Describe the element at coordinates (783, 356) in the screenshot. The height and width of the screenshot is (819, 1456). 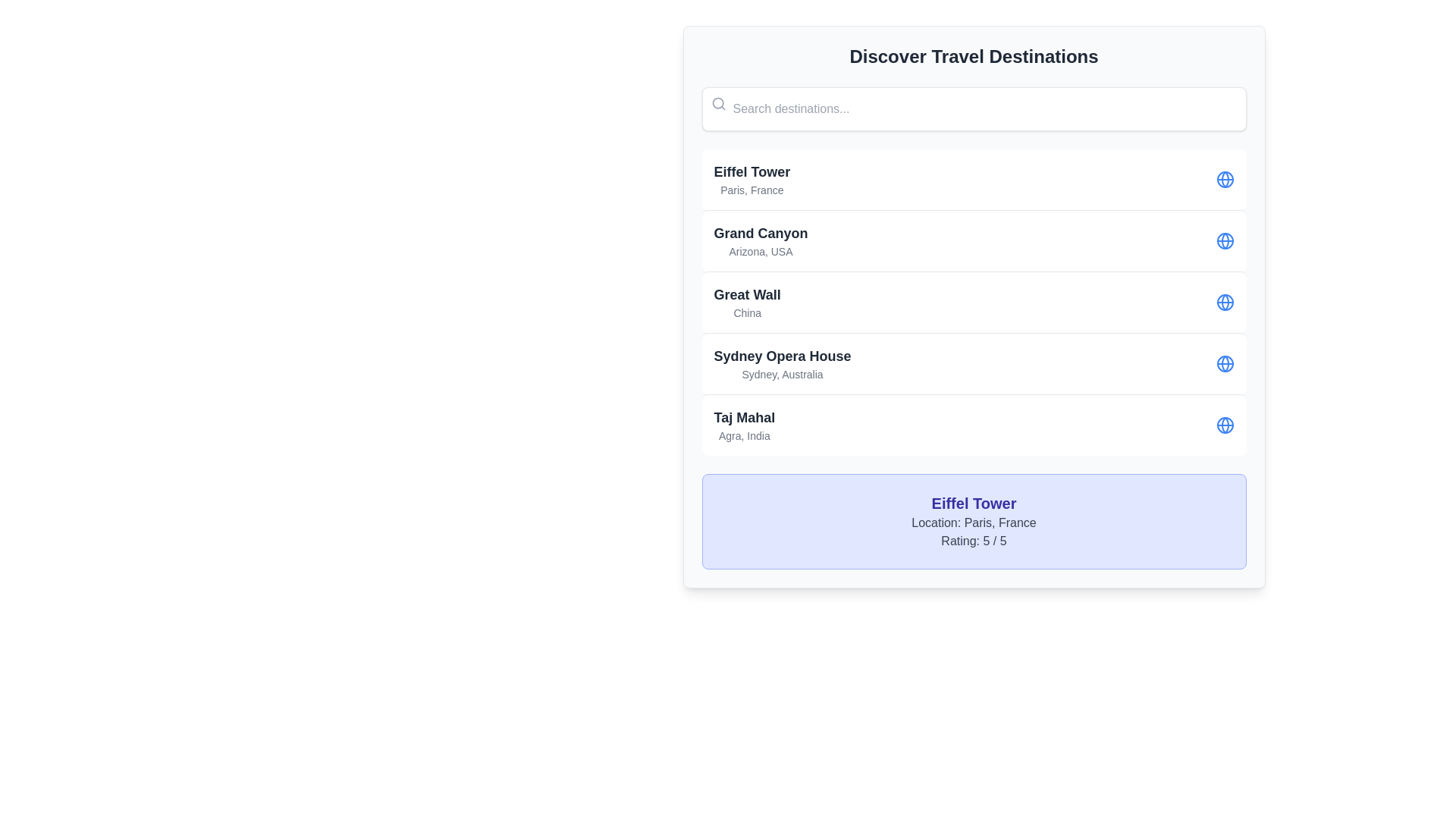
I see `text label for the fourth destination entry in the vertical list, which prominently displays the name of the destination` at that location.